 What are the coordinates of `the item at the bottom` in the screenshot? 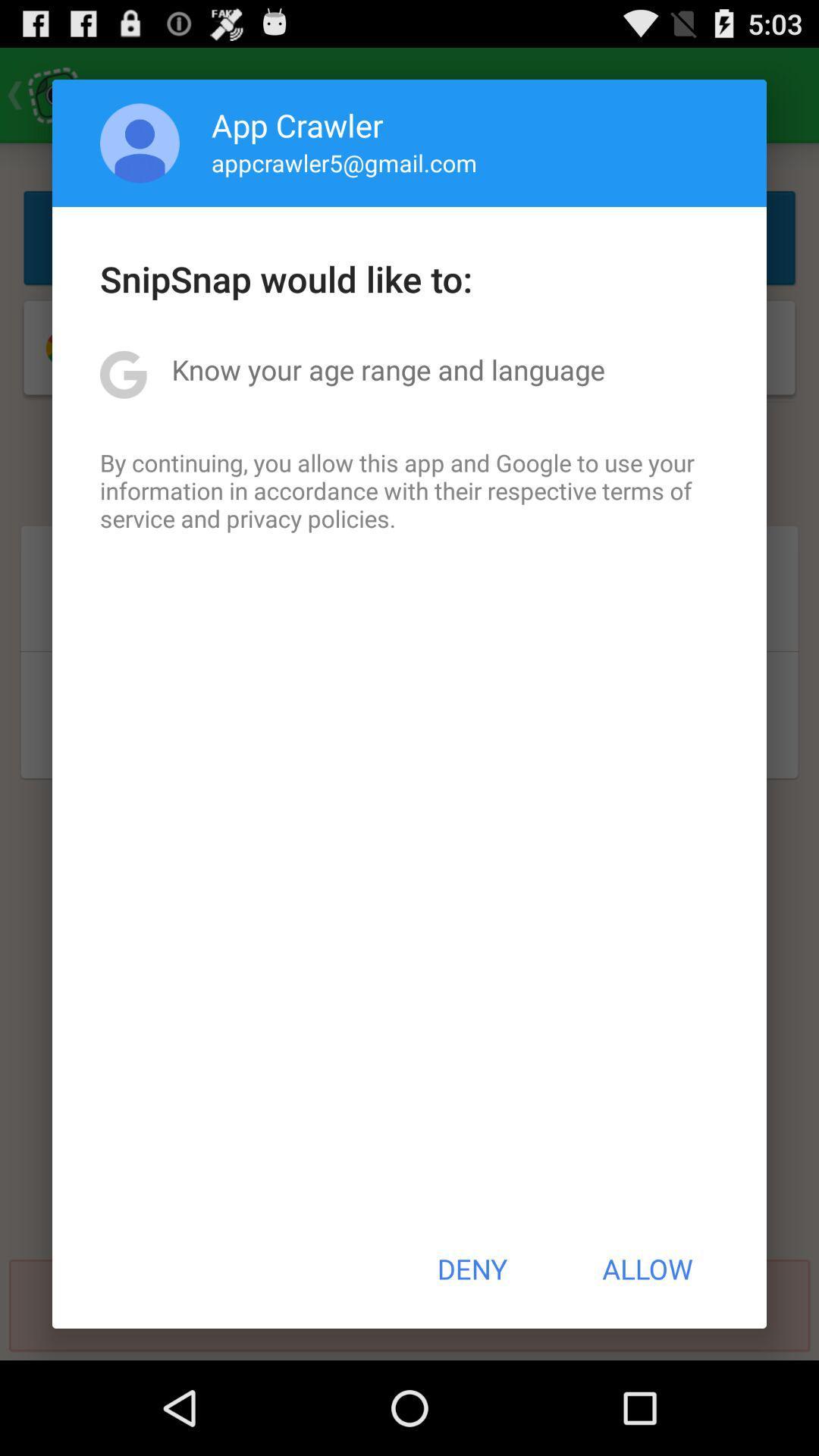 It's located at (471, 1269).